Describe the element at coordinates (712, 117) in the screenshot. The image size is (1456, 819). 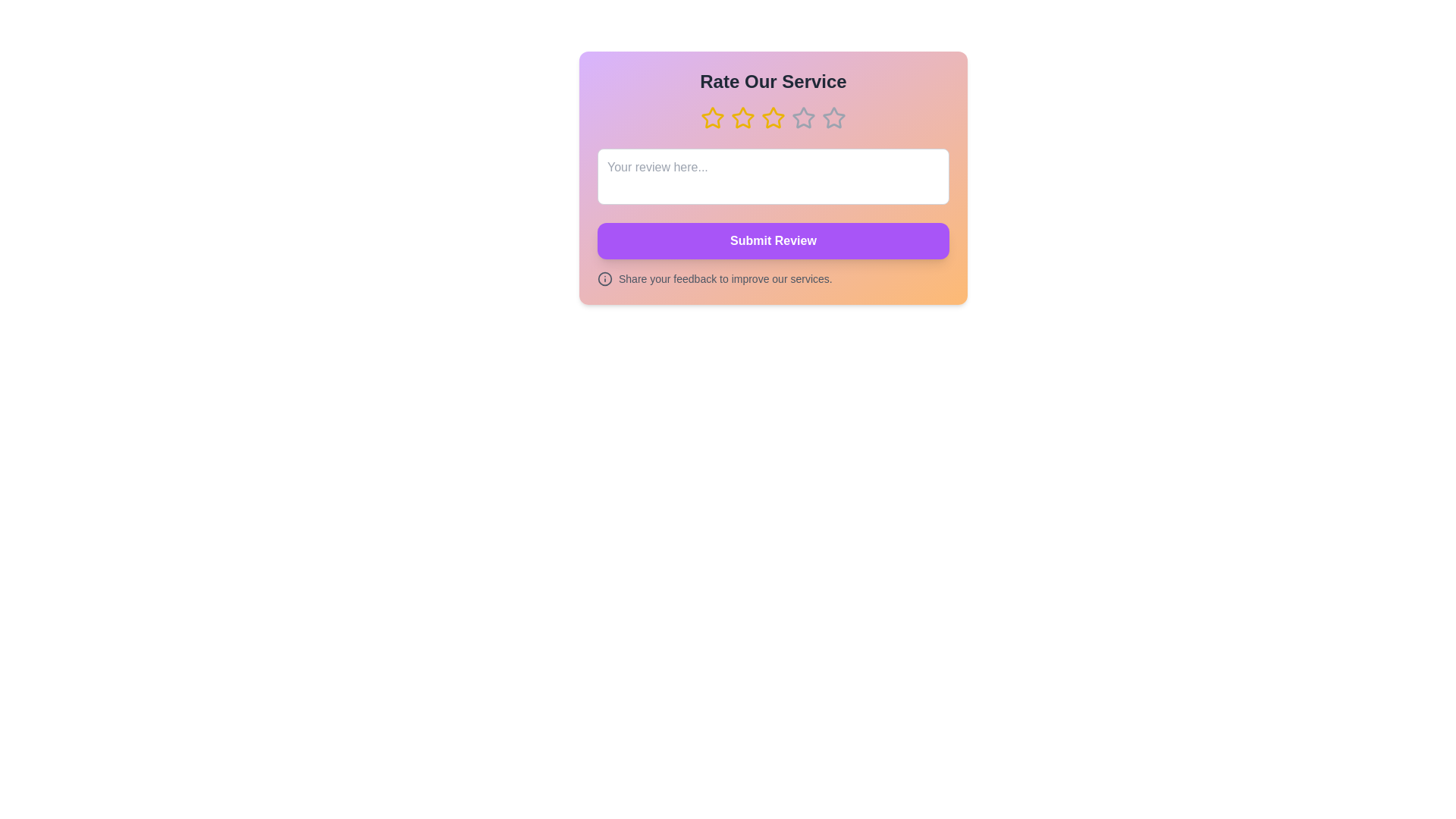
I see `the first star icon in the rating section` at that location.